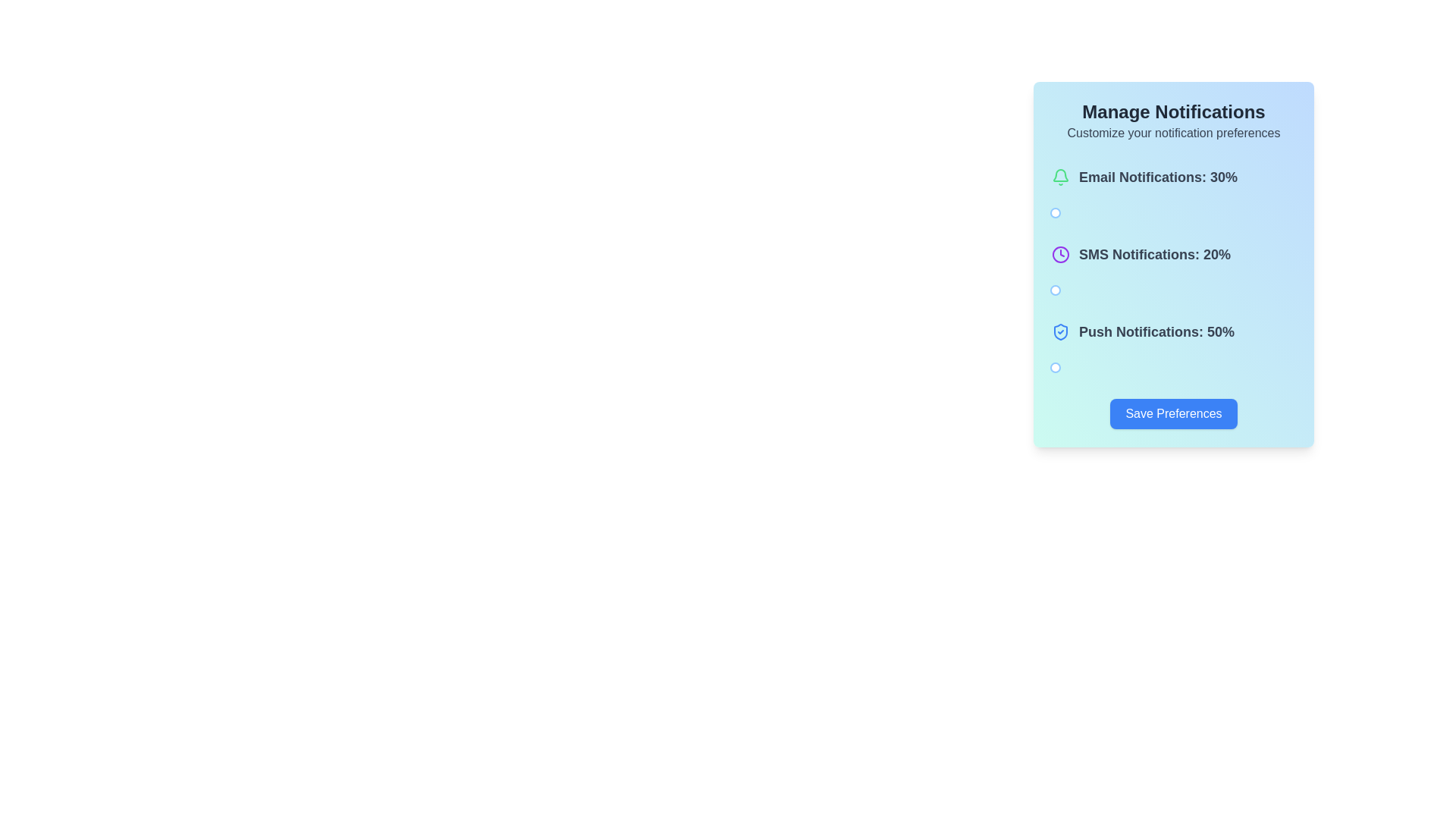 The width and height of the screenshot is (1456, 819). Describe the element at coordinates (1059, 331) in the screenshot. I see `shield-shaped icon representing the 'Push Notifications: 50%' feature, located to the left of the corresponding label in the notification preferences card` at that location.